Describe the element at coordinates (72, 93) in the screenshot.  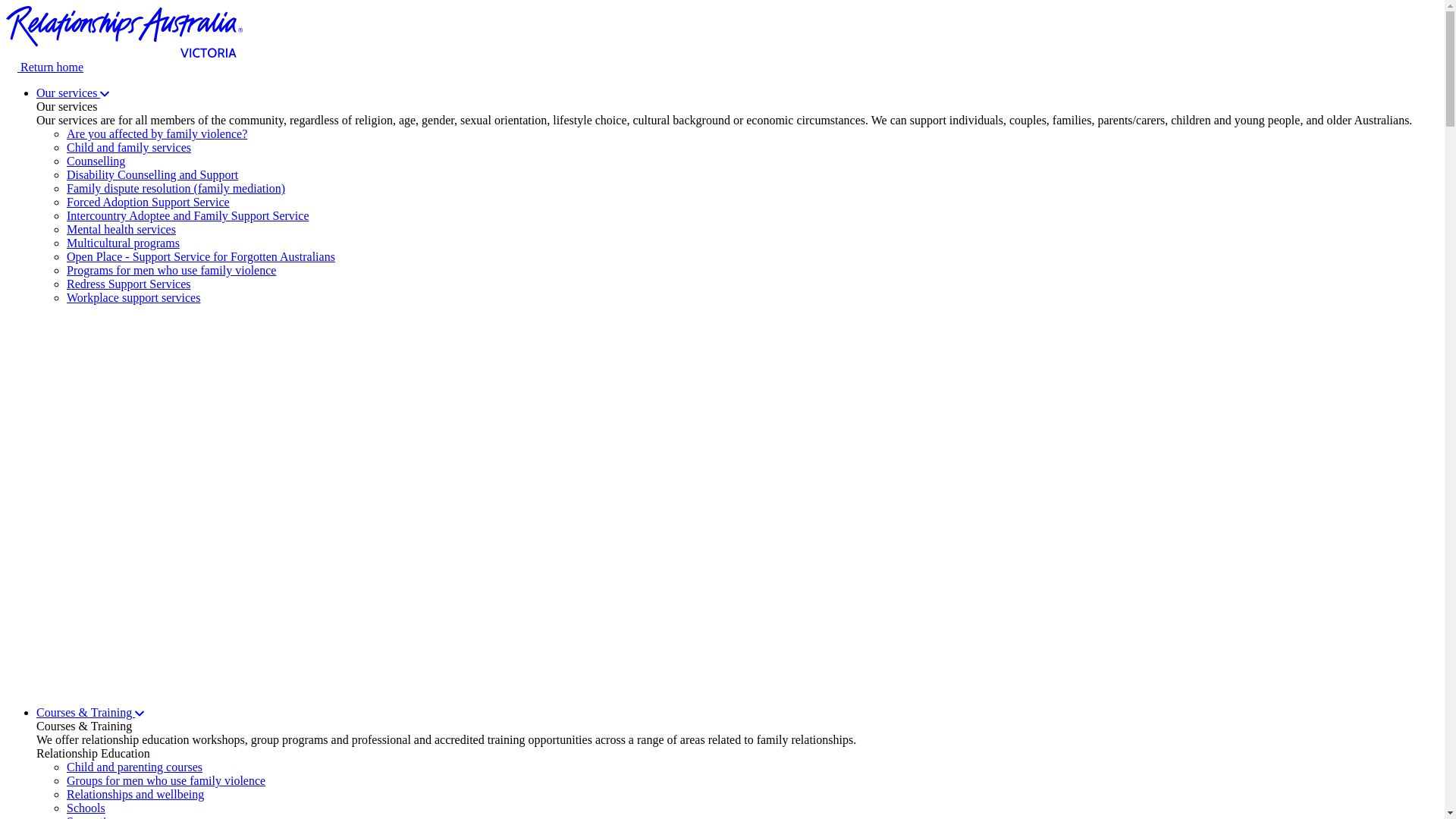
I see `'Our services'` at that location.